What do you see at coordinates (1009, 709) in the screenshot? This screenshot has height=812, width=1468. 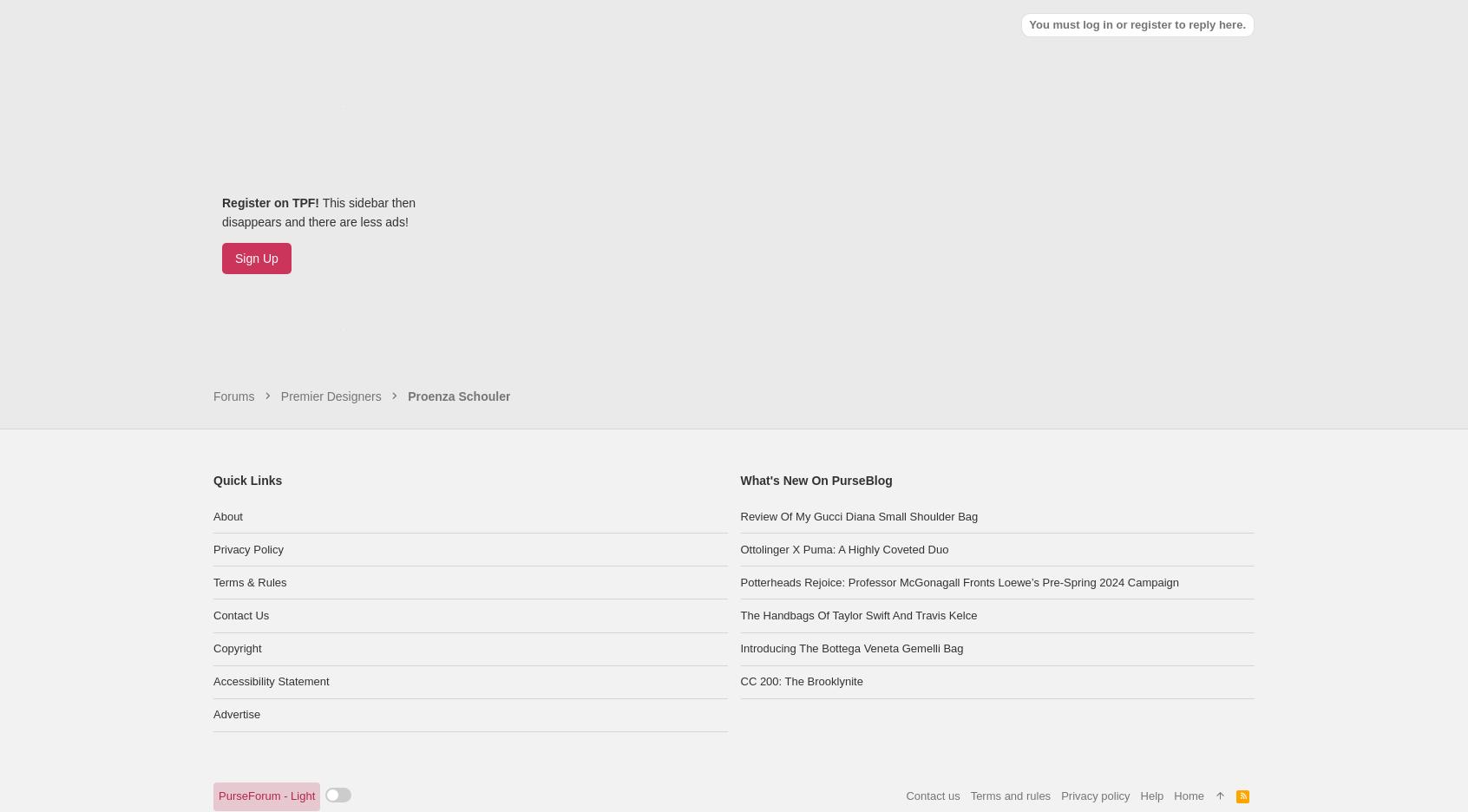 I see `'Terms and rules'` at bounding box center [1009, 709].